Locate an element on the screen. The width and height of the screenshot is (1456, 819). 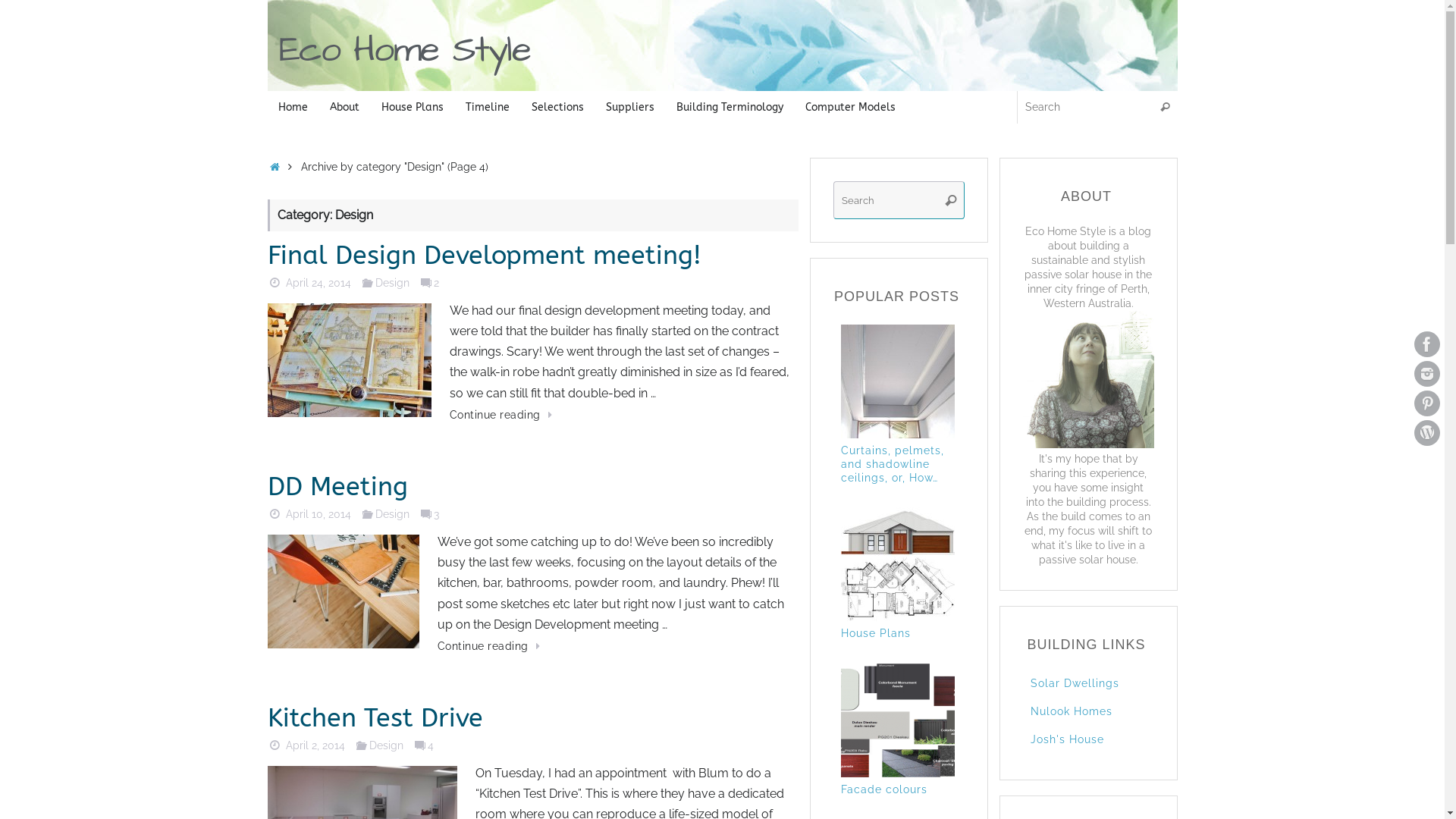
'3 Comments' is located at coordinates (425, 513).